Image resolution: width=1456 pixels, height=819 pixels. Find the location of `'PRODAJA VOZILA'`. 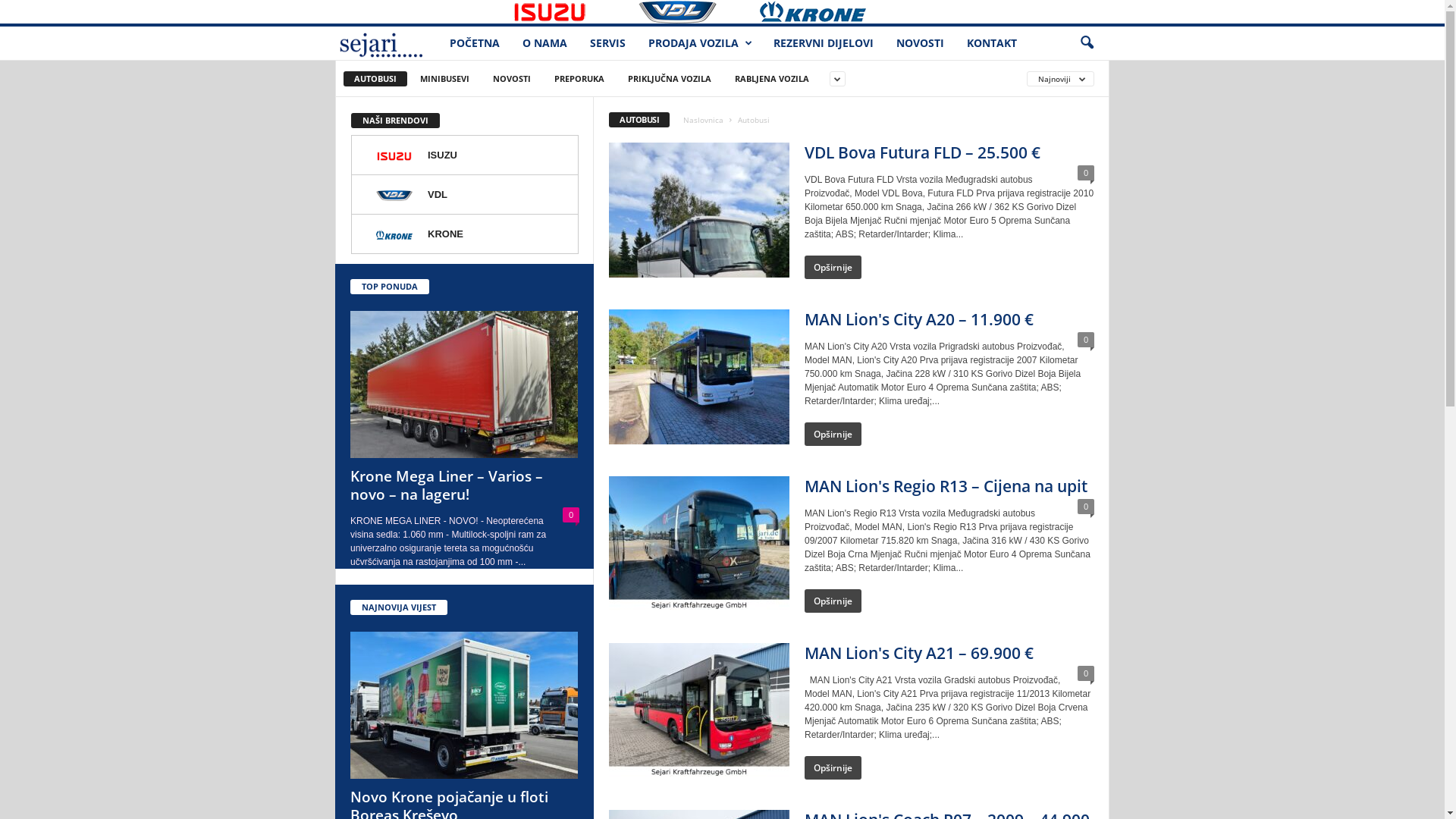

'PRODAJA VOZILA' is located at coordinates (698, 42).